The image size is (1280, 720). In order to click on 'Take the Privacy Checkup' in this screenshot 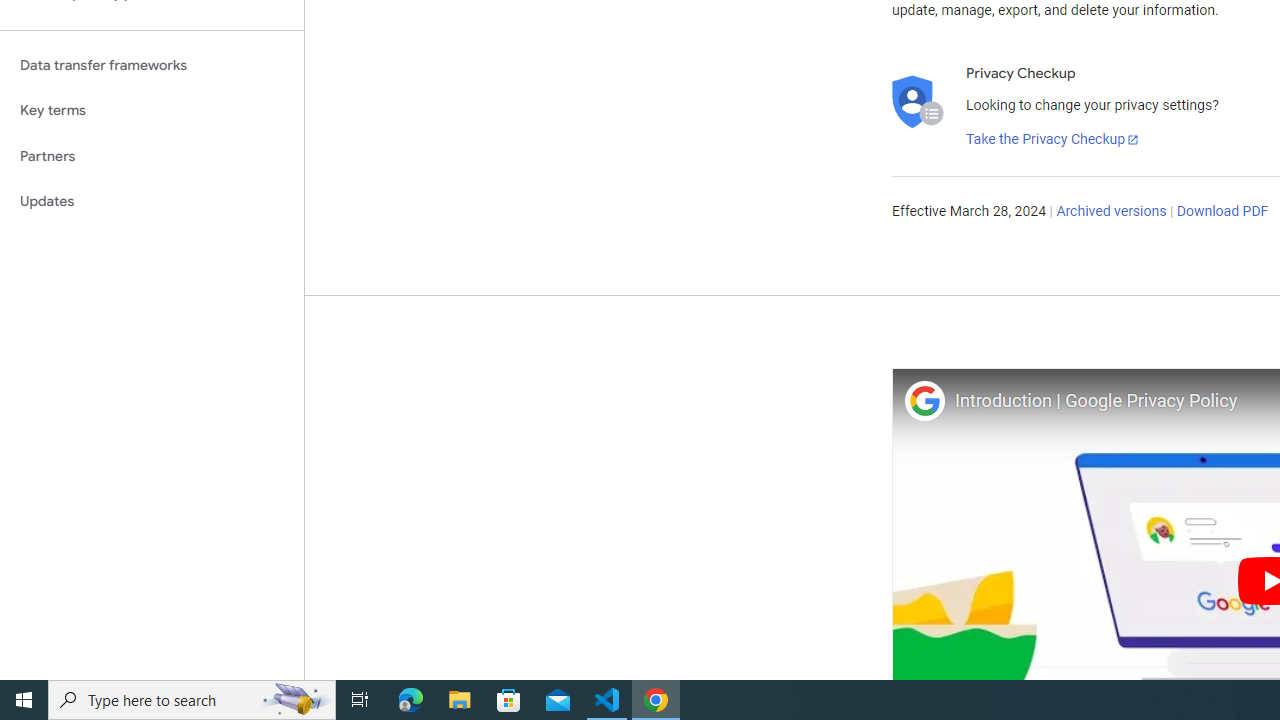, I will do `click(1052, 139)`.